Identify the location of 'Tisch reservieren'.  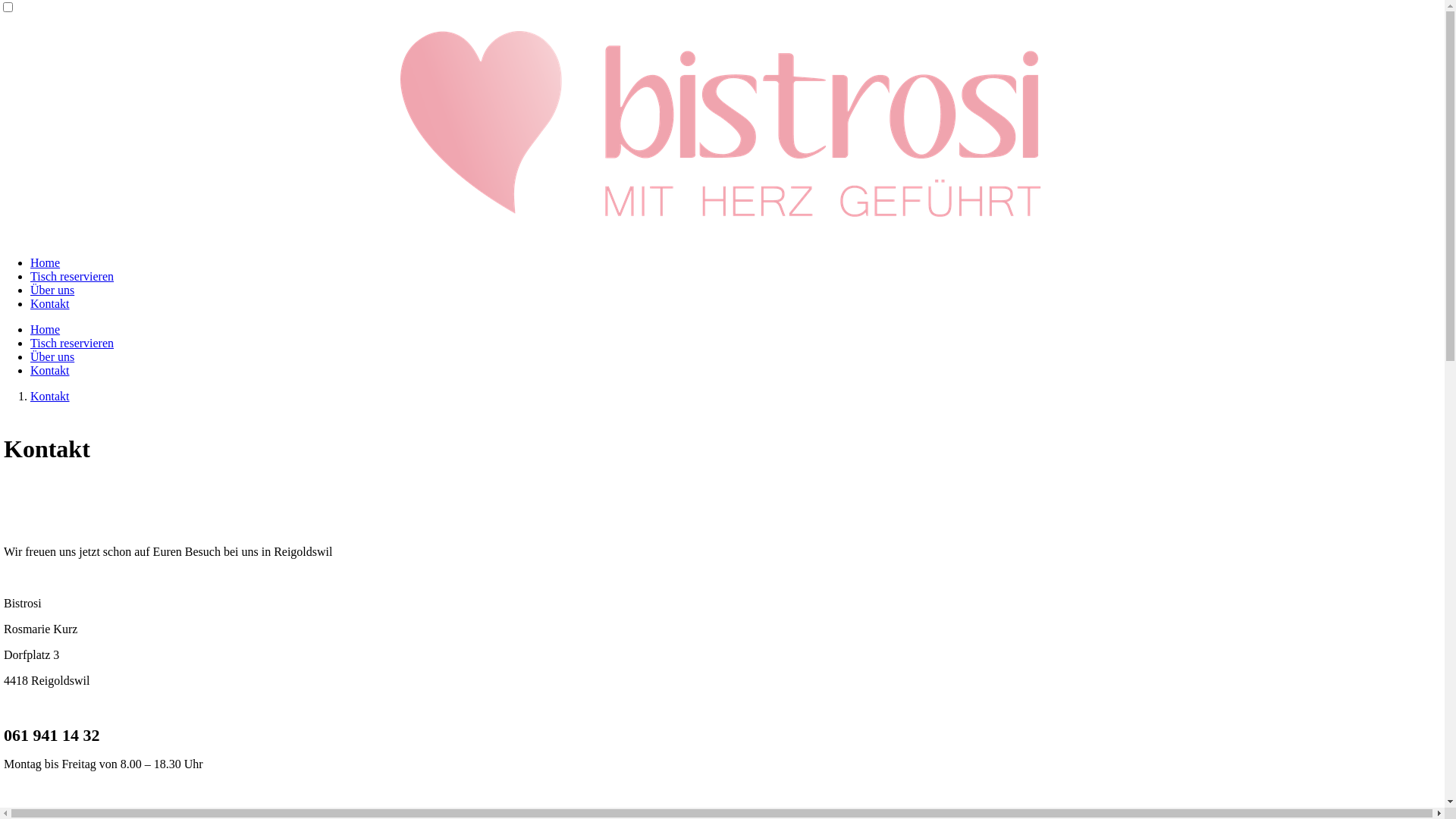
(30, 276).